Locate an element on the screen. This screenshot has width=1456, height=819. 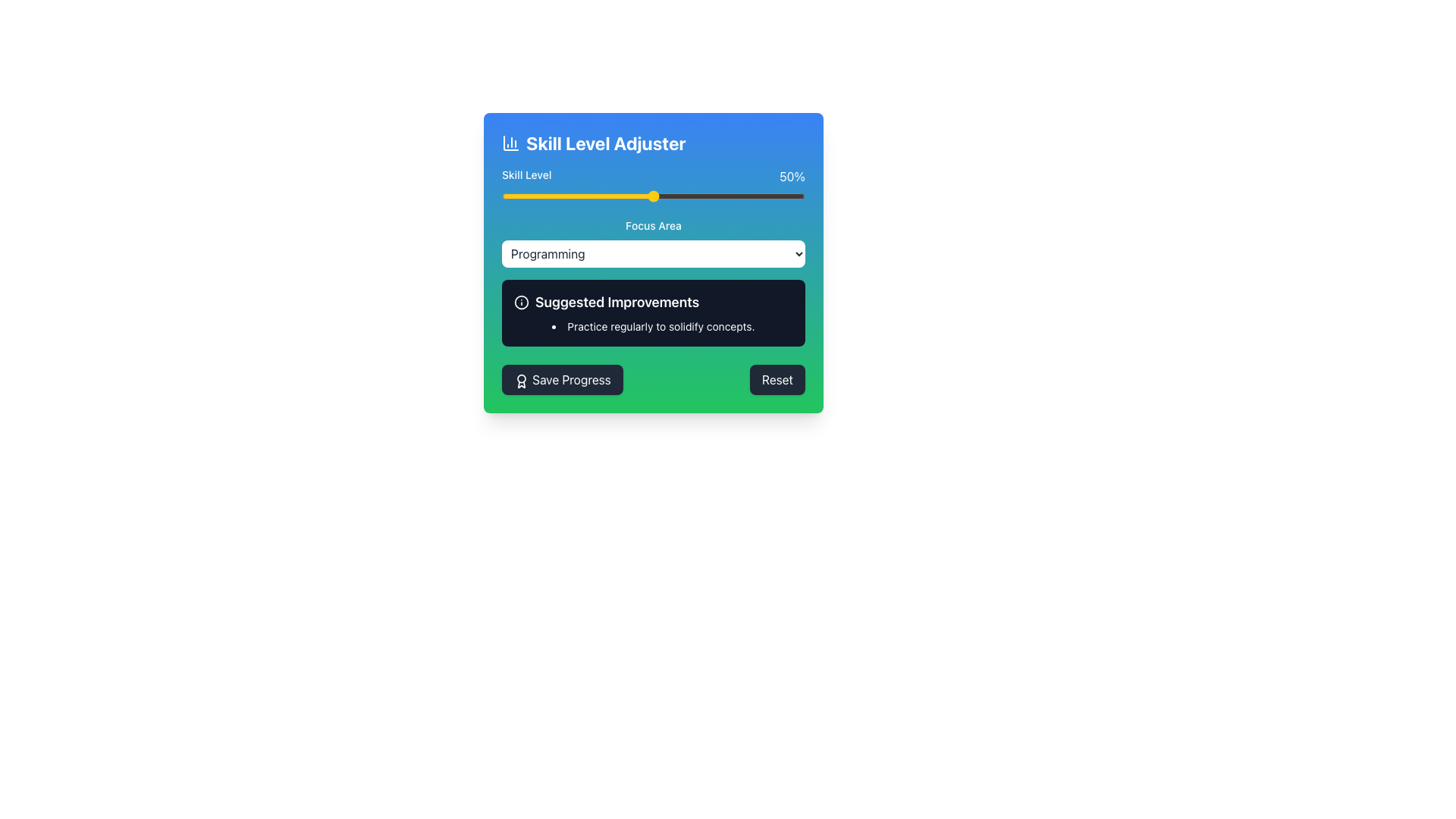
the skill level is located at coordinates (595, 195).